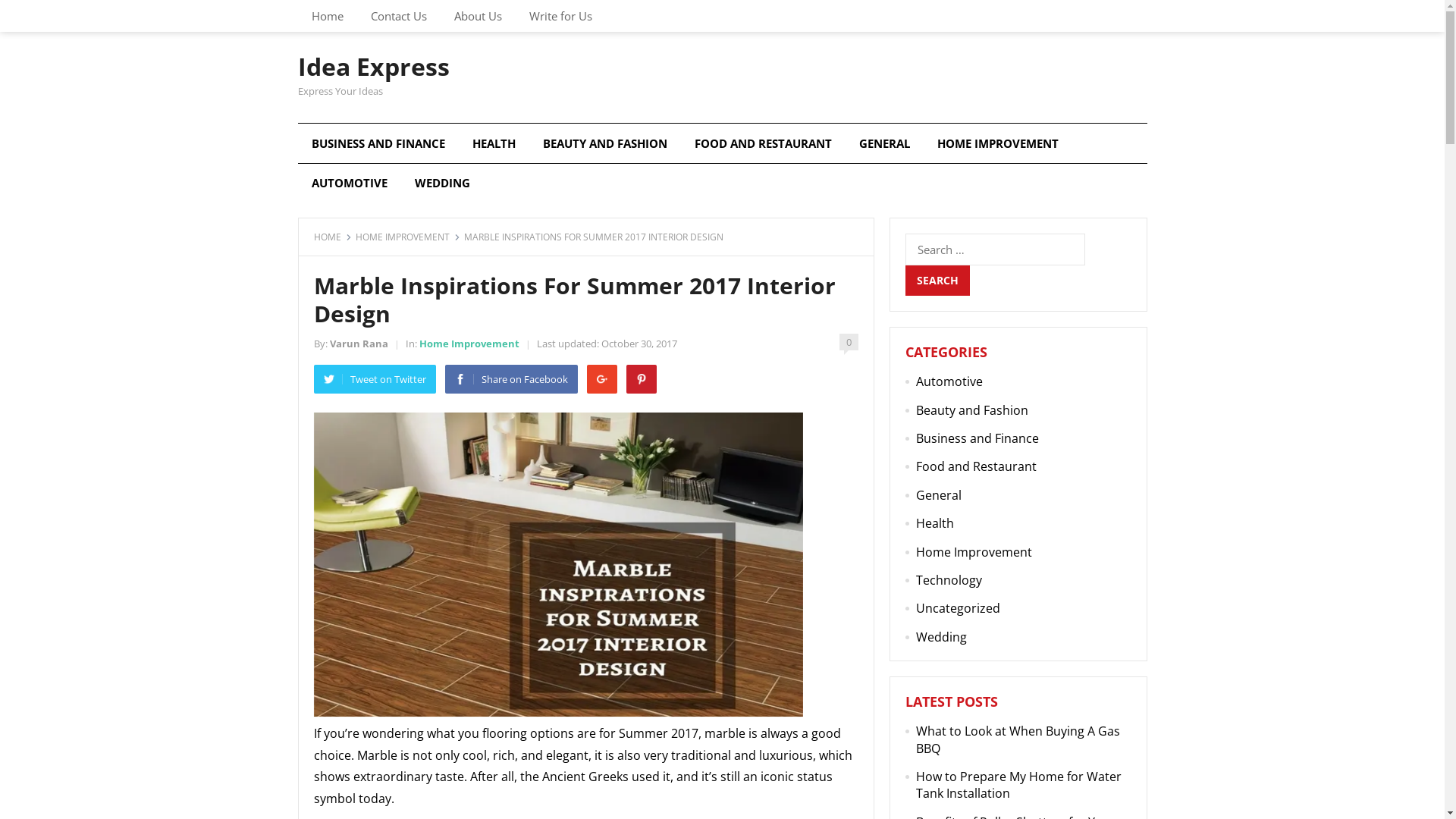  I want to click on 'About Us', so click(476, 15).